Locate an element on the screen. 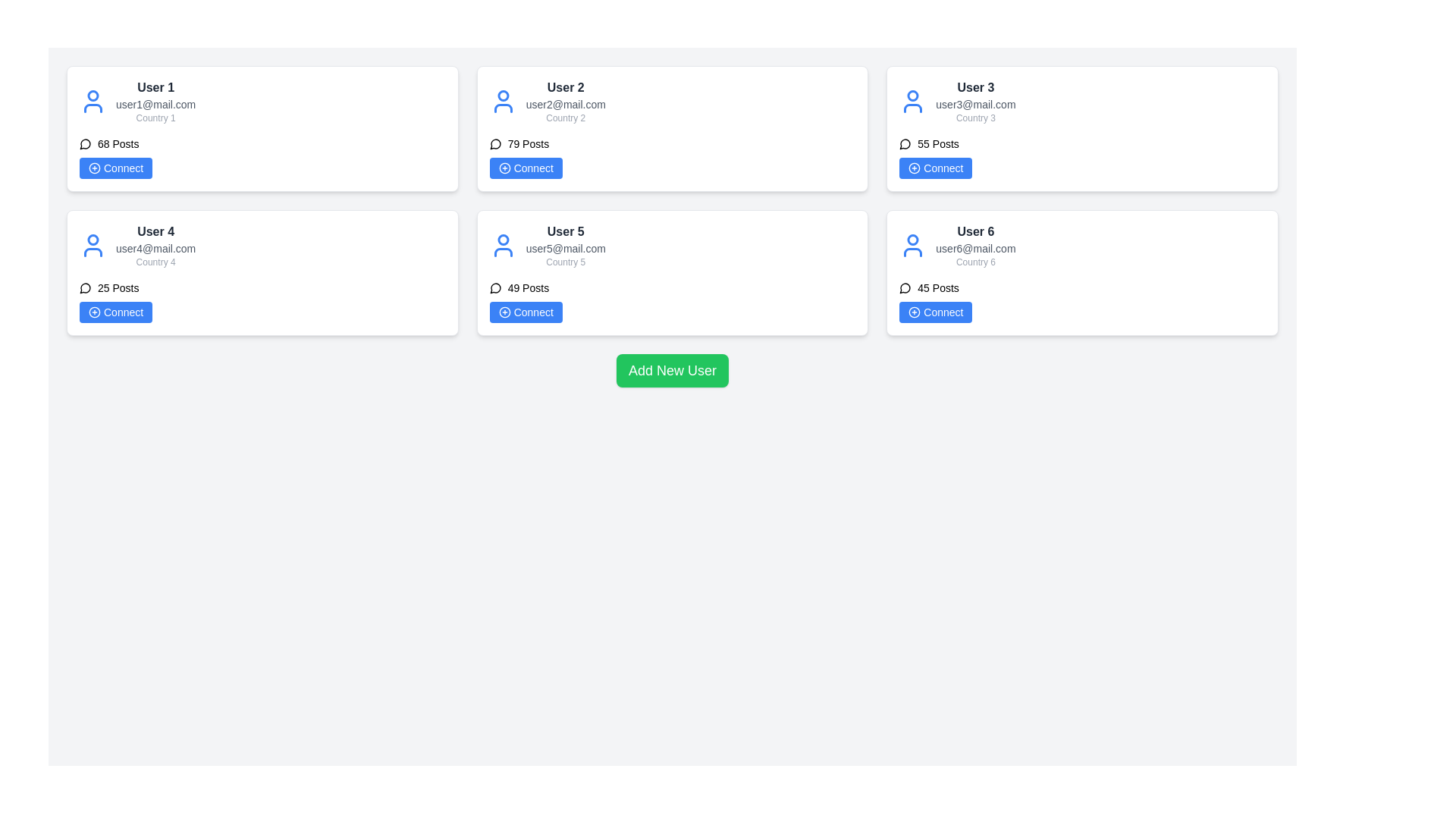 The height and width of the screenshot is (819, 1456). the static text label displaying the number of posts associated with 'User 2', which is located under the email 'user2@mail.com' and to the right of the speech bubble icon is located at coordinates (528, 143).